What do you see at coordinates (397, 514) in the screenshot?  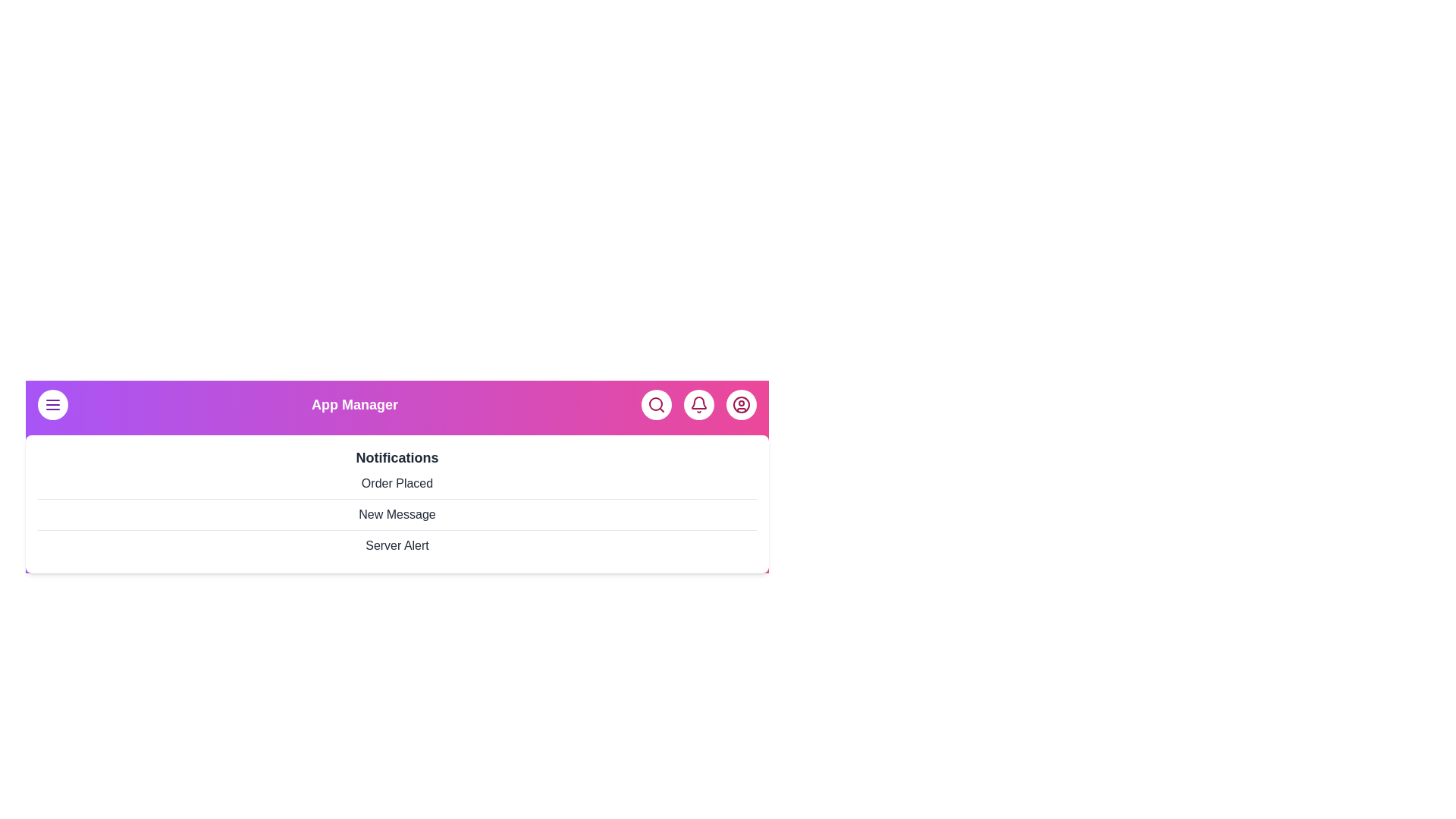 I see `the notification item New Message from the list` at bounding box center [397, 514].